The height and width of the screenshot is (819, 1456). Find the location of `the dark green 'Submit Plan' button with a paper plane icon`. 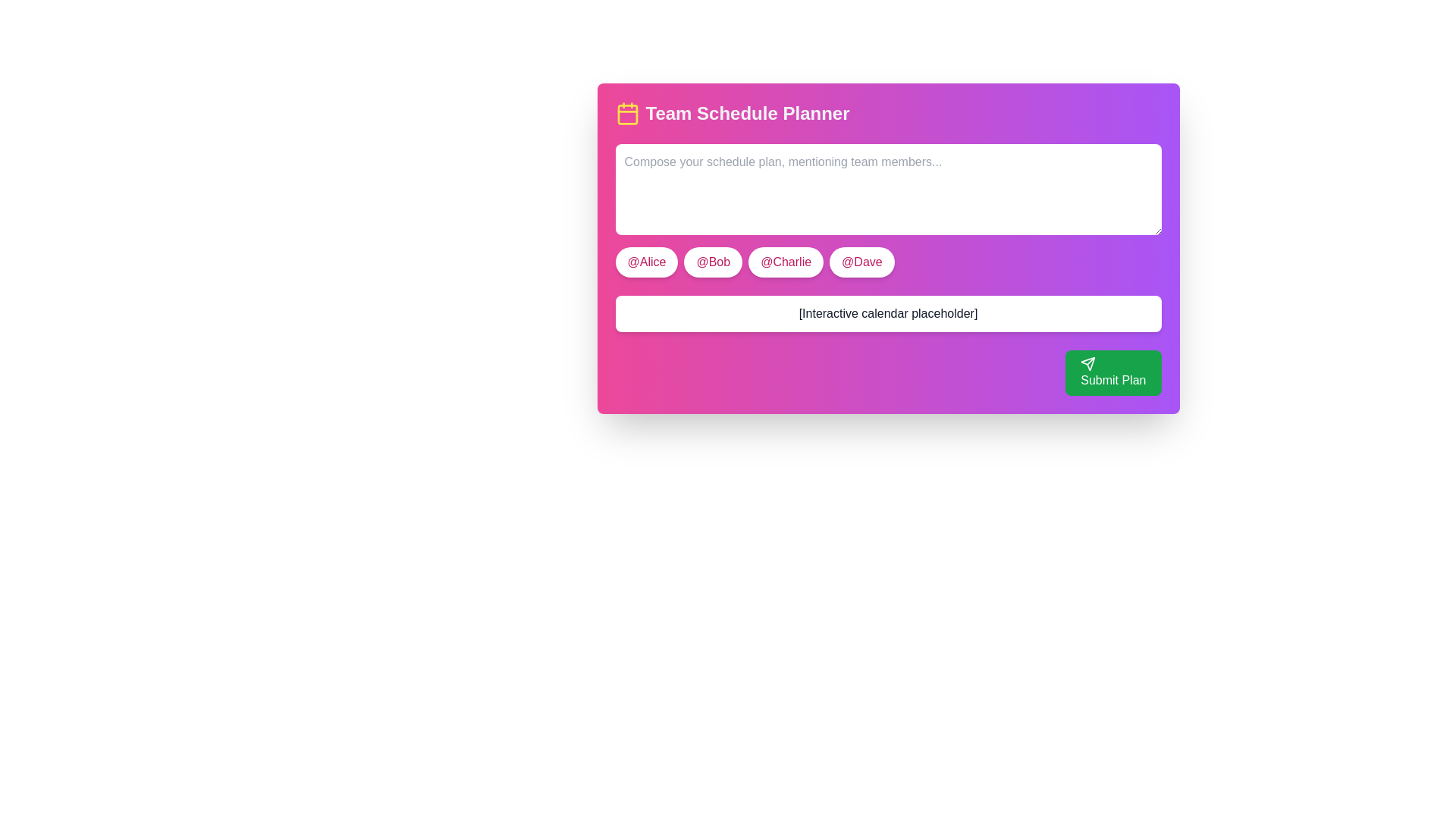

the dark green 'Submit Plan' button with a paper plane icon is located at coordinates (1113, 373).